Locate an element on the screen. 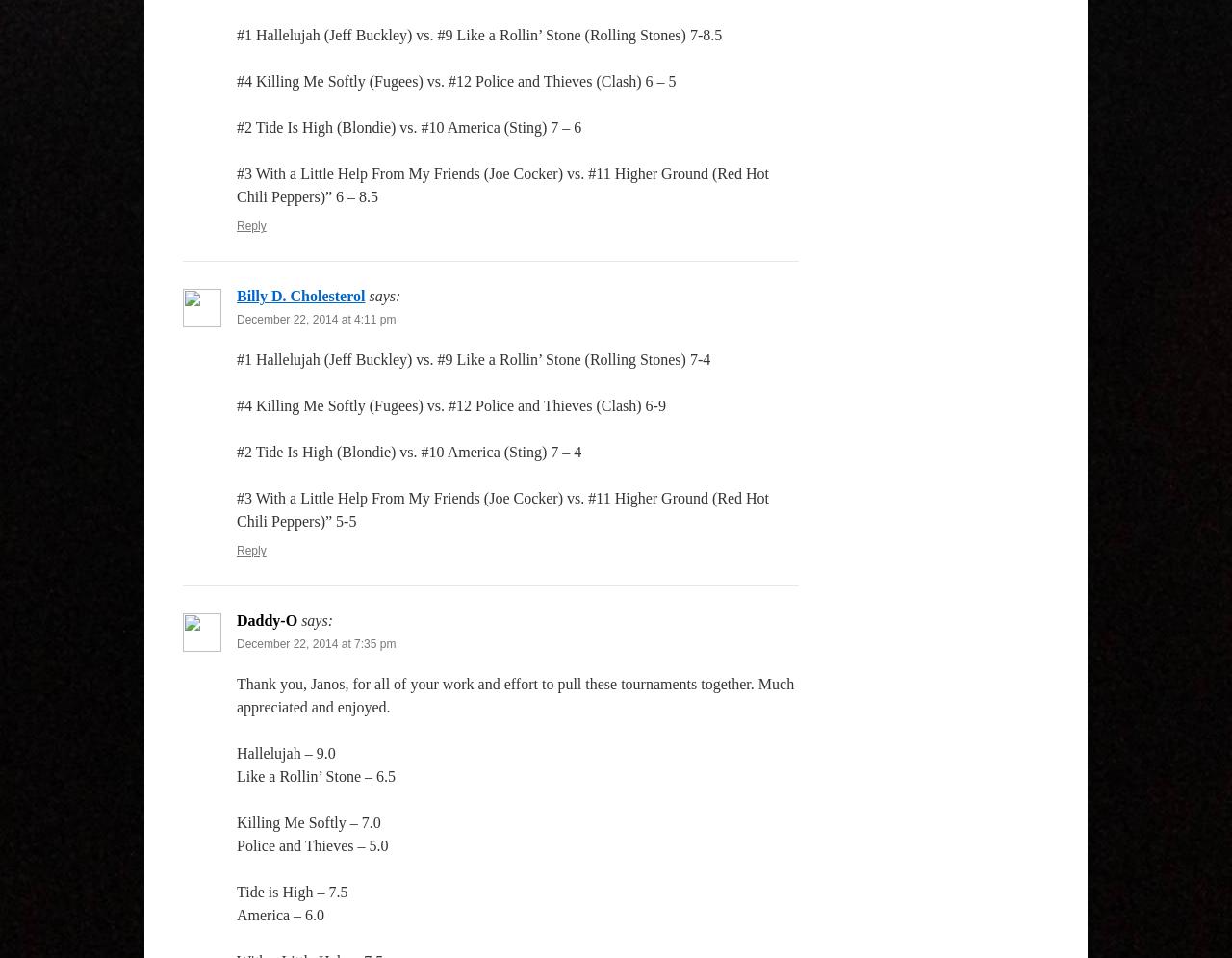 Image resolution: width=1232 pixels, height=958 pixels. 'Thank you, Janos, for all of your work and effort to pull these tournaments together.  Much appreciated and enjoyed.' is located at coordinates (515, 695).